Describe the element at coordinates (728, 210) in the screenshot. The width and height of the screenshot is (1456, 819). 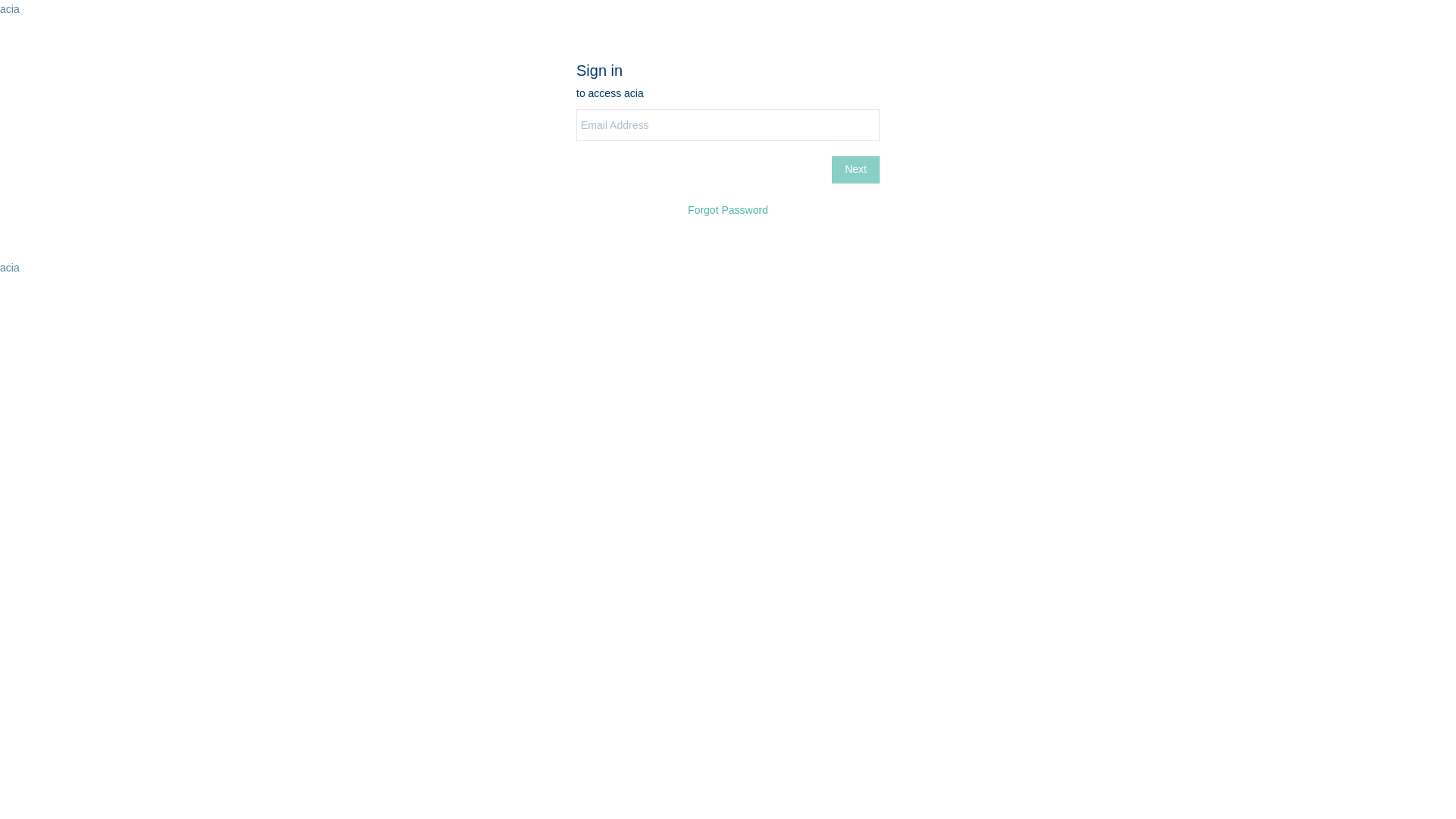
I see `'Forgot Password'` at that location.